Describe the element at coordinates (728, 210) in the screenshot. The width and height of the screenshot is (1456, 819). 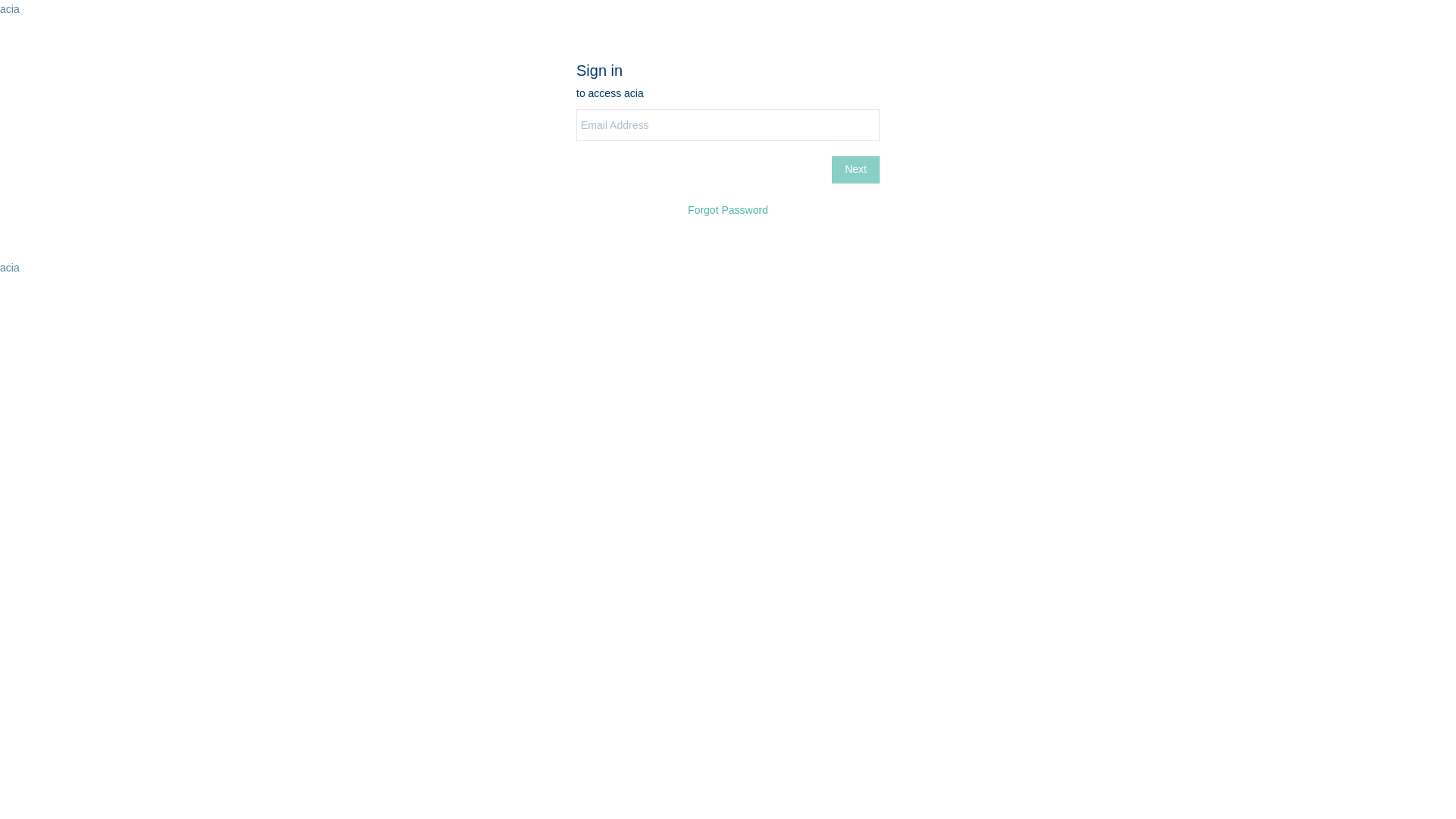
I see `'Forgot Password'` at that location.